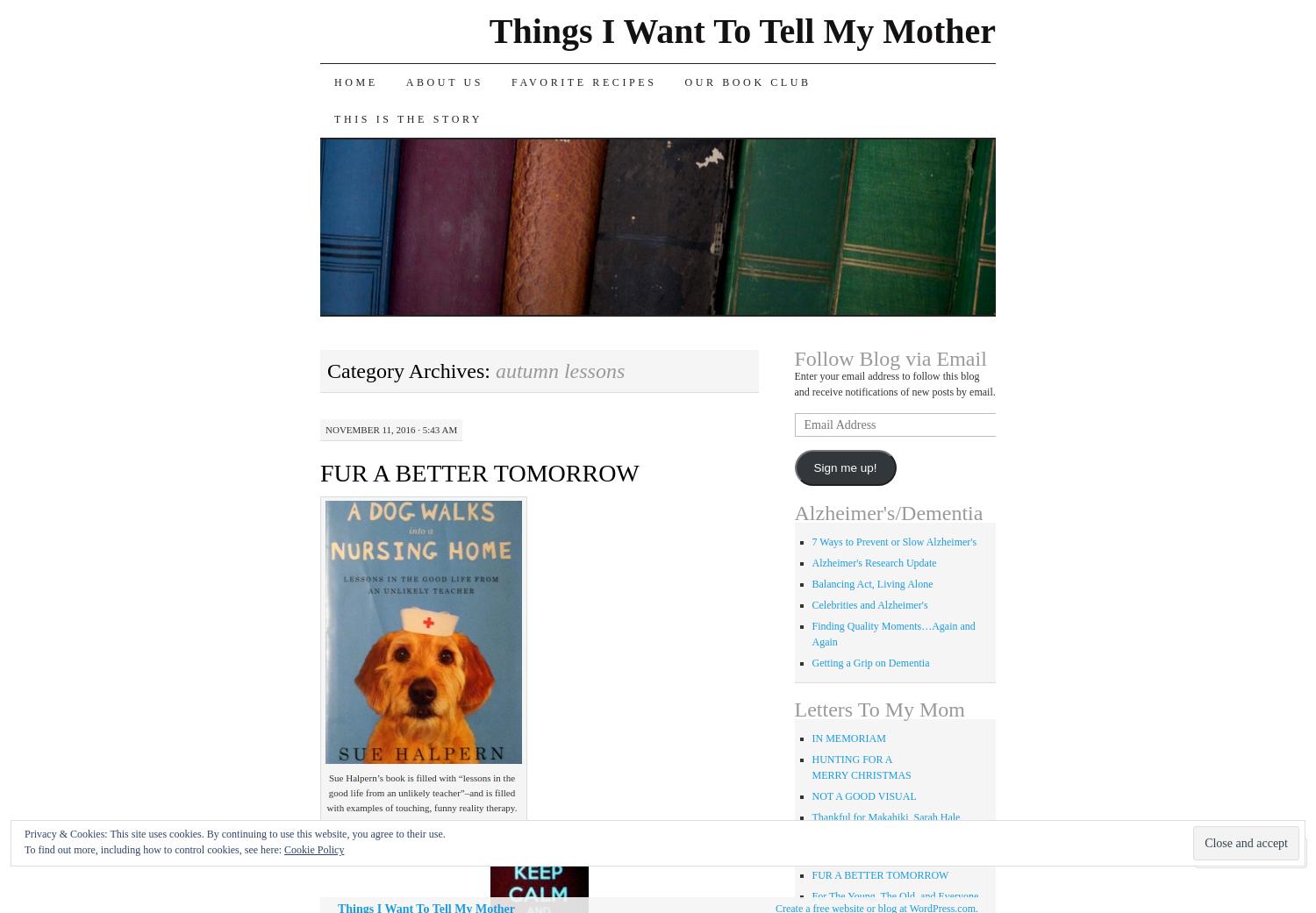 The width and height of the screenshot is (1316, 913). Describe the element at coordinates (890, 357) in the screenshot. I see `'Follow Blog via Email'` at that location.